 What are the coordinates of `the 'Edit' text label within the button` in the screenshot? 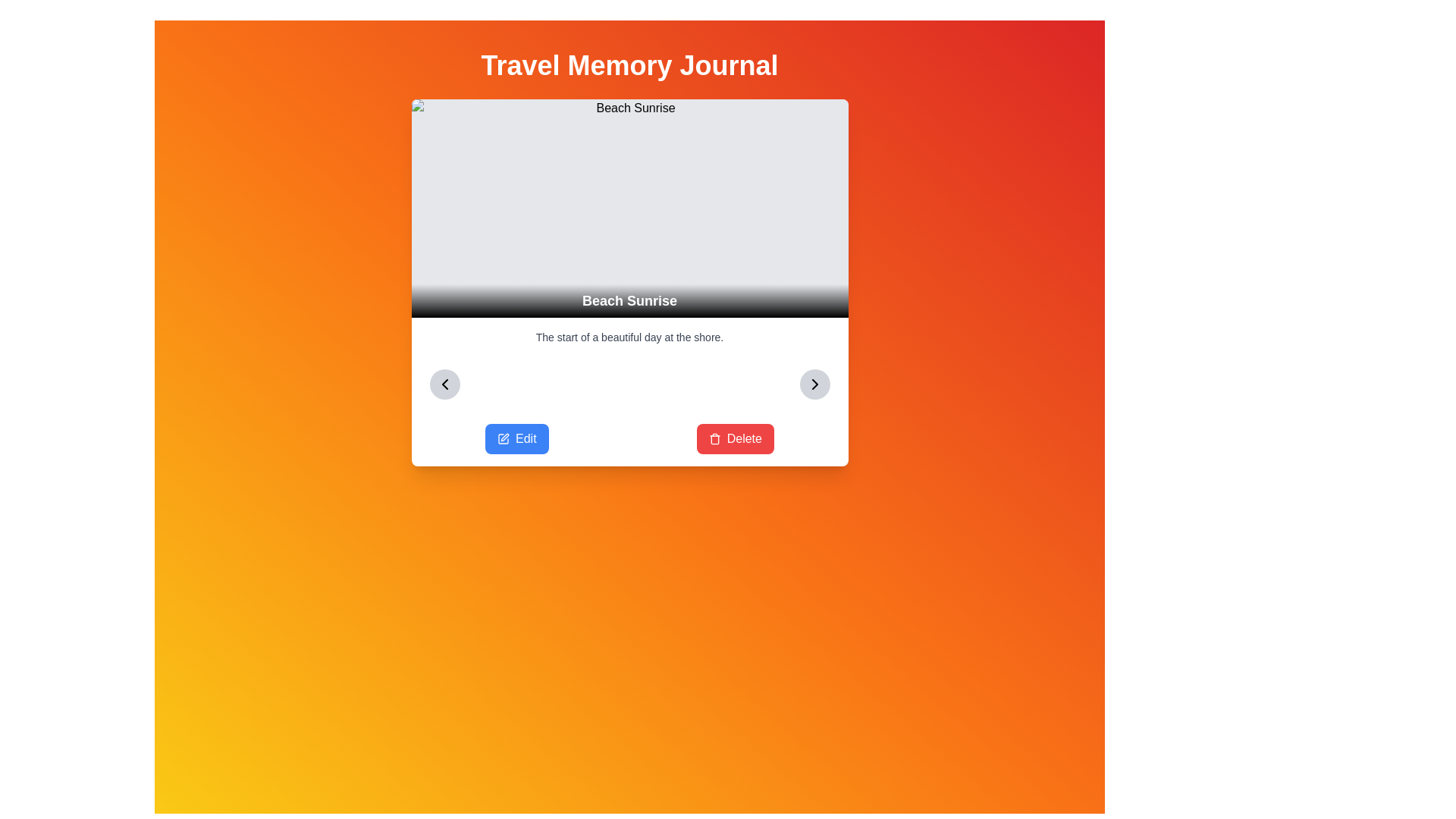 It's located at (526, 438).